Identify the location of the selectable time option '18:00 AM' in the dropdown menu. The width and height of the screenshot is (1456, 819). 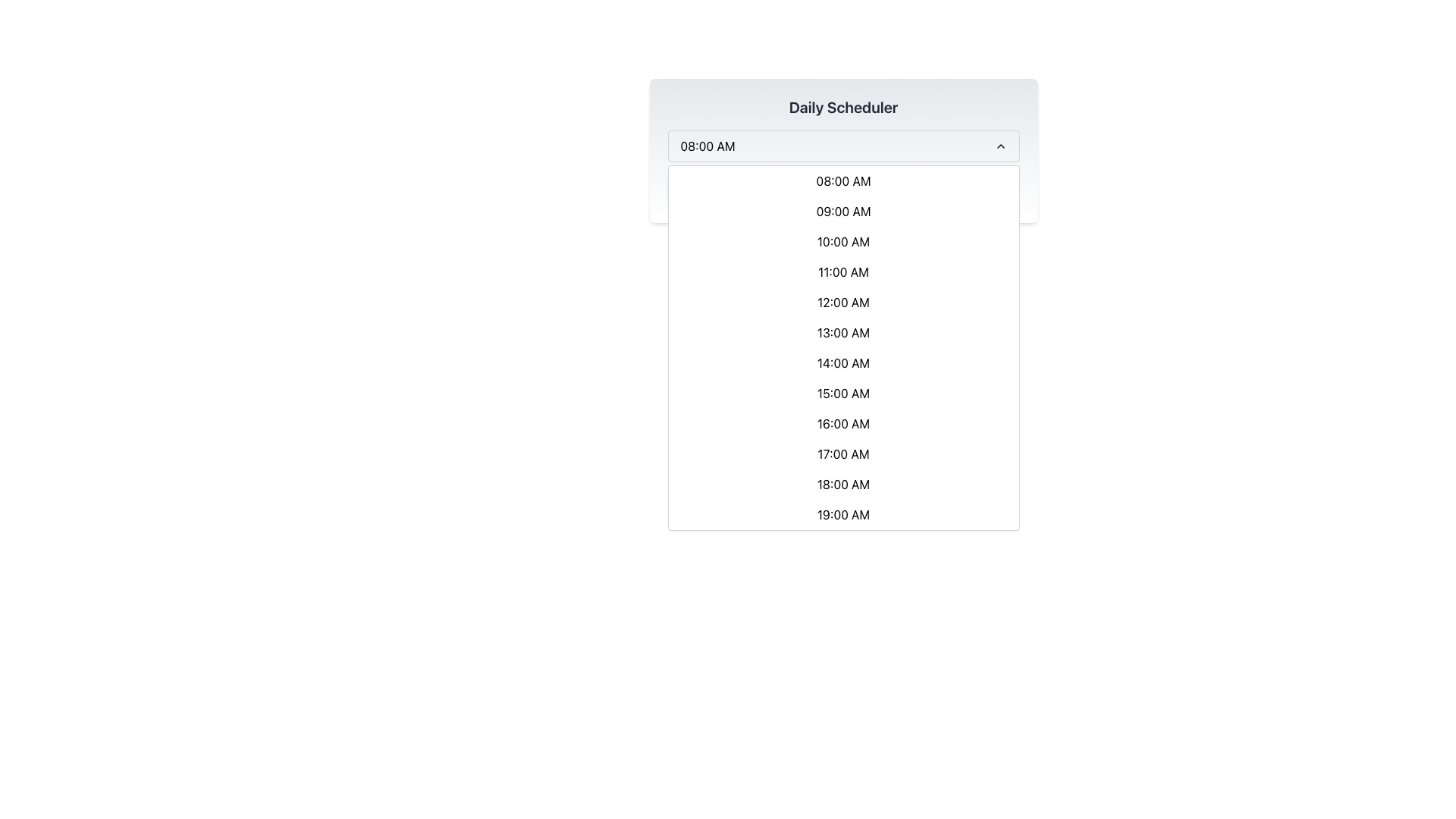
(843, 485).